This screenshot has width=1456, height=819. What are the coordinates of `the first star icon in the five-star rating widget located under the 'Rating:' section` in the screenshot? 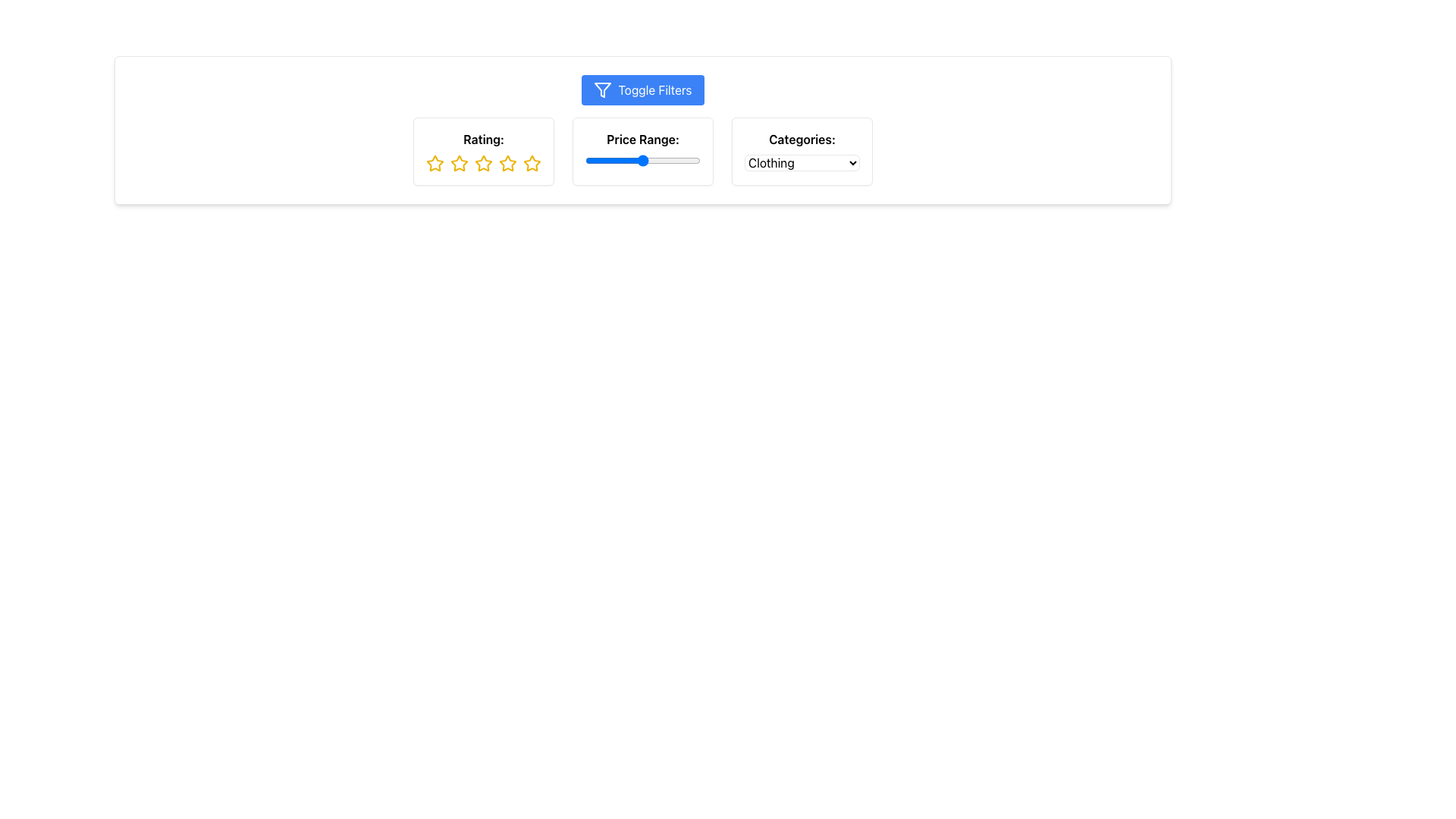 It's located at (435, 164).